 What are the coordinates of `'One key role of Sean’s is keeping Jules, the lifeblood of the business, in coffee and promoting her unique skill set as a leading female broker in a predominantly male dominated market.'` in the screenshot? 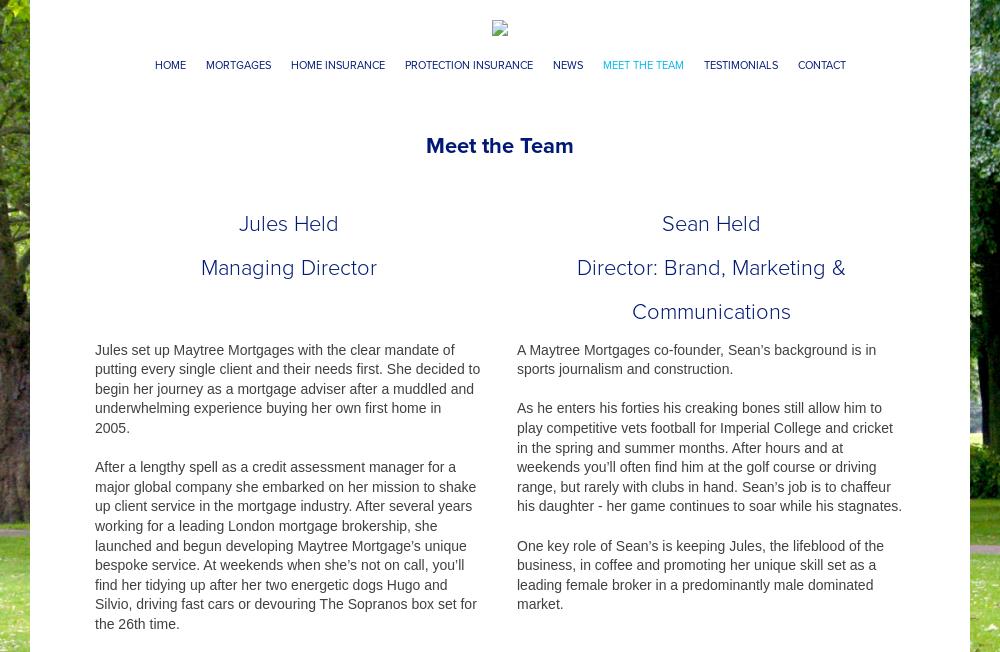 It's located at (701, 573).